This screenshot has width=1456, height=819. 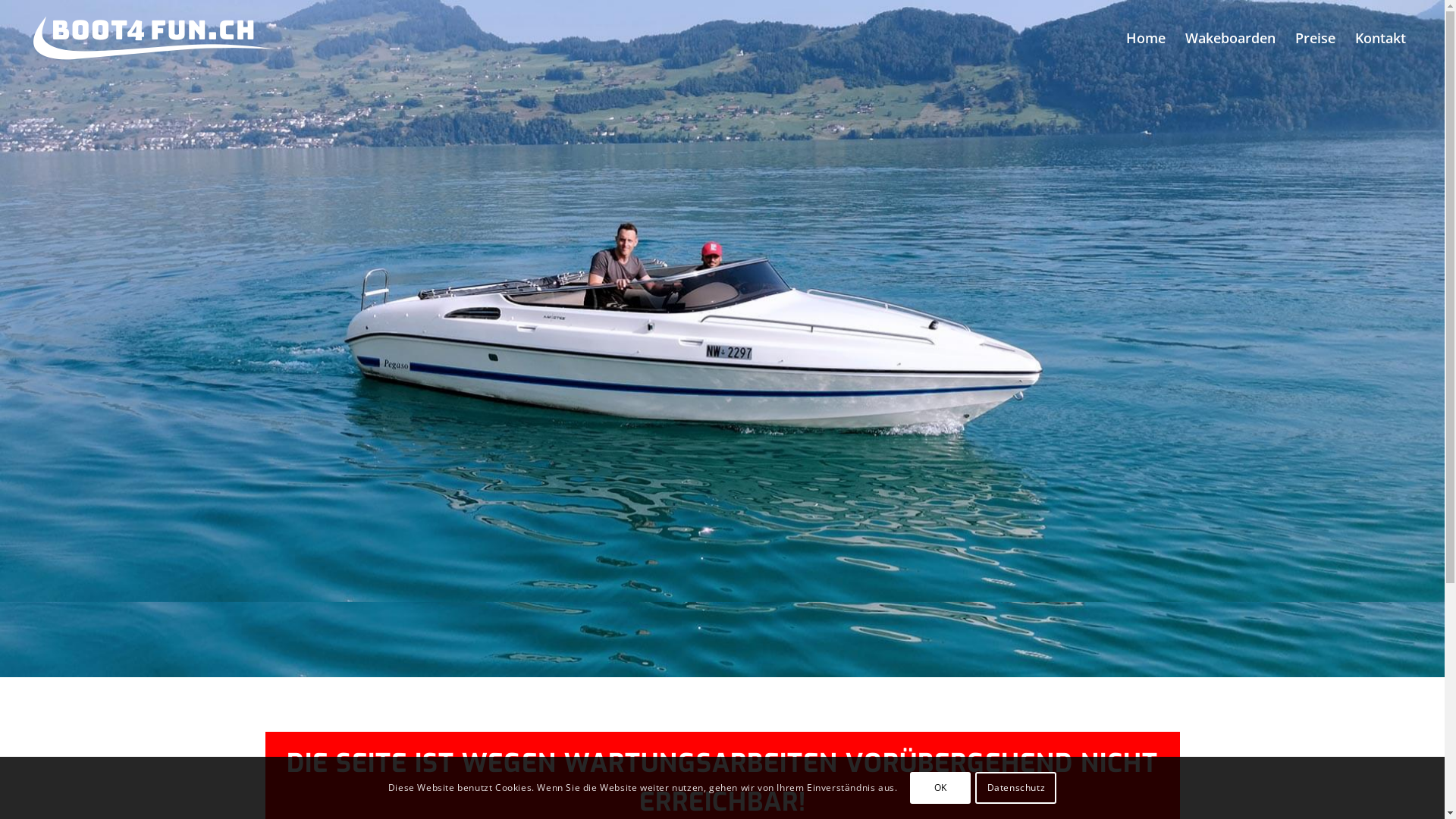 What do you see at coordinates (1146, 37) in the screenshot?
I see `'Home'` at bounding box center [1146, 37].